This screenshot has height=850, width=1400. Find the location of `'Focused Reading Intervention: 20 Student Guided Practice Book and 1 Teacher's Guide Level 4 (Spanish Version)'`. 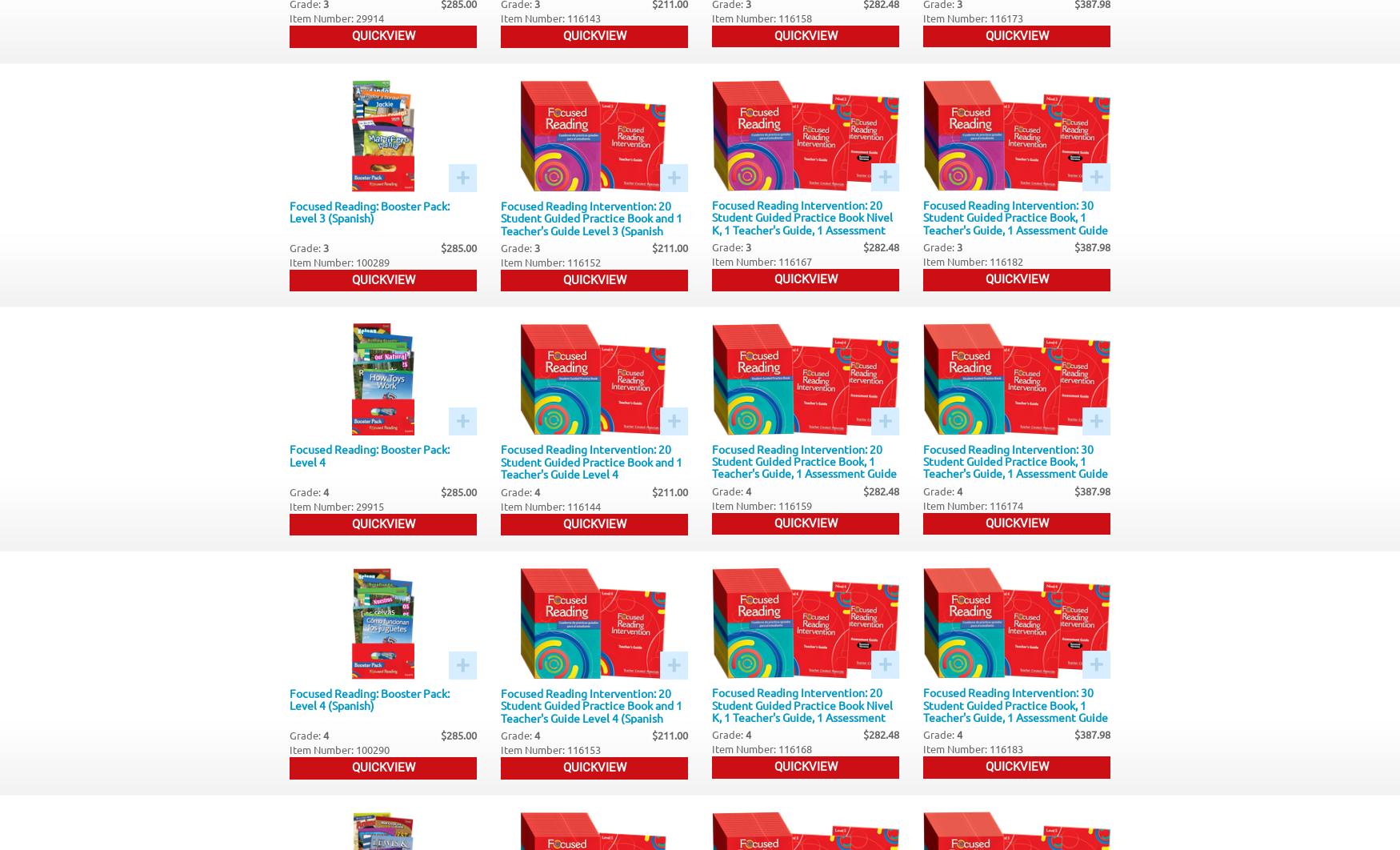

'Focused Reading Intervention: 20 Student Guided Practice Book and 1 Teacher's Guide Level 4 (Spanish Version)' is located at coordinates (591, 710).